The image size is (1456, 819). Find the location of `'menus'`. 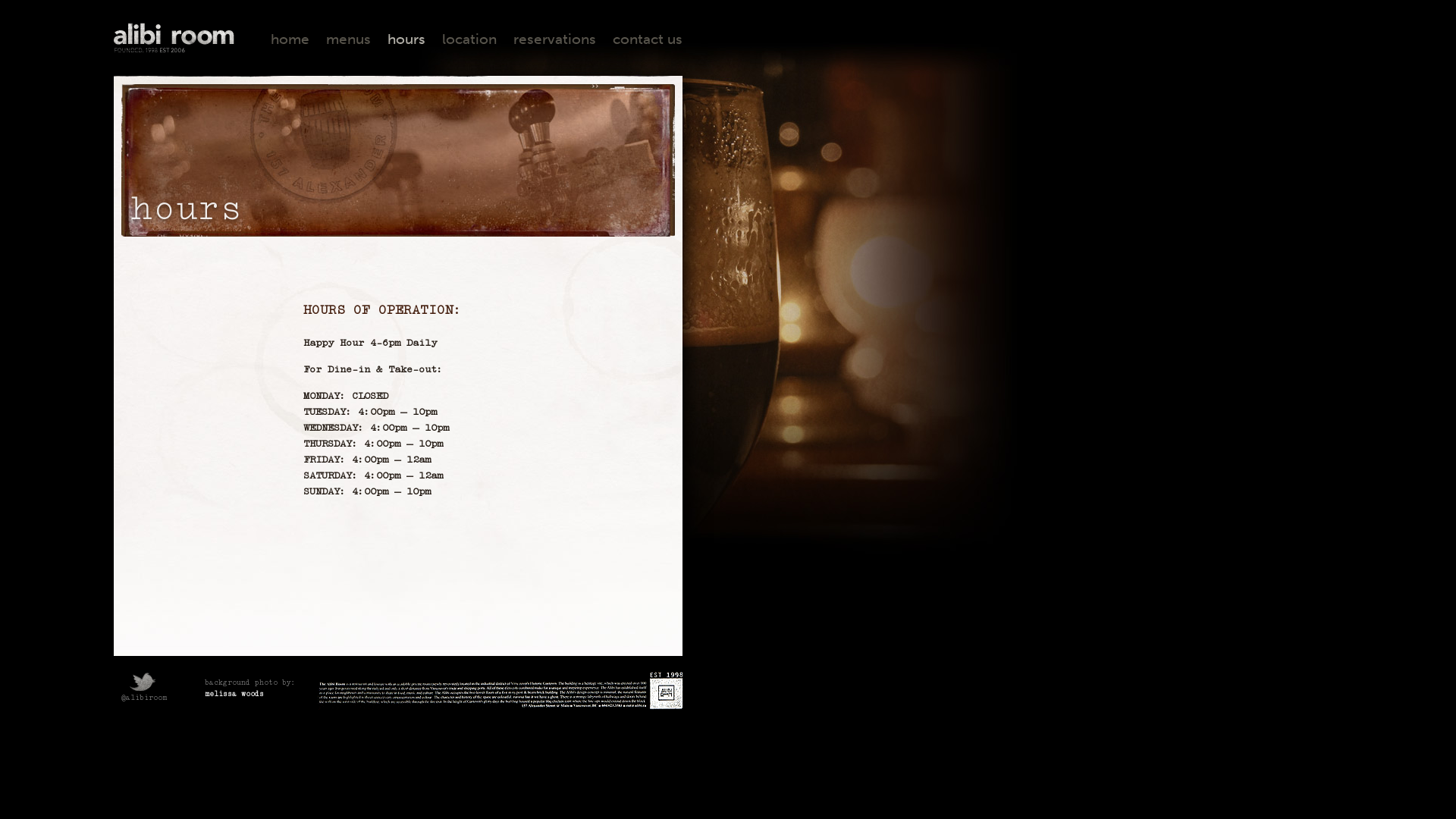

'menus' is located at coordinates (347, 38).